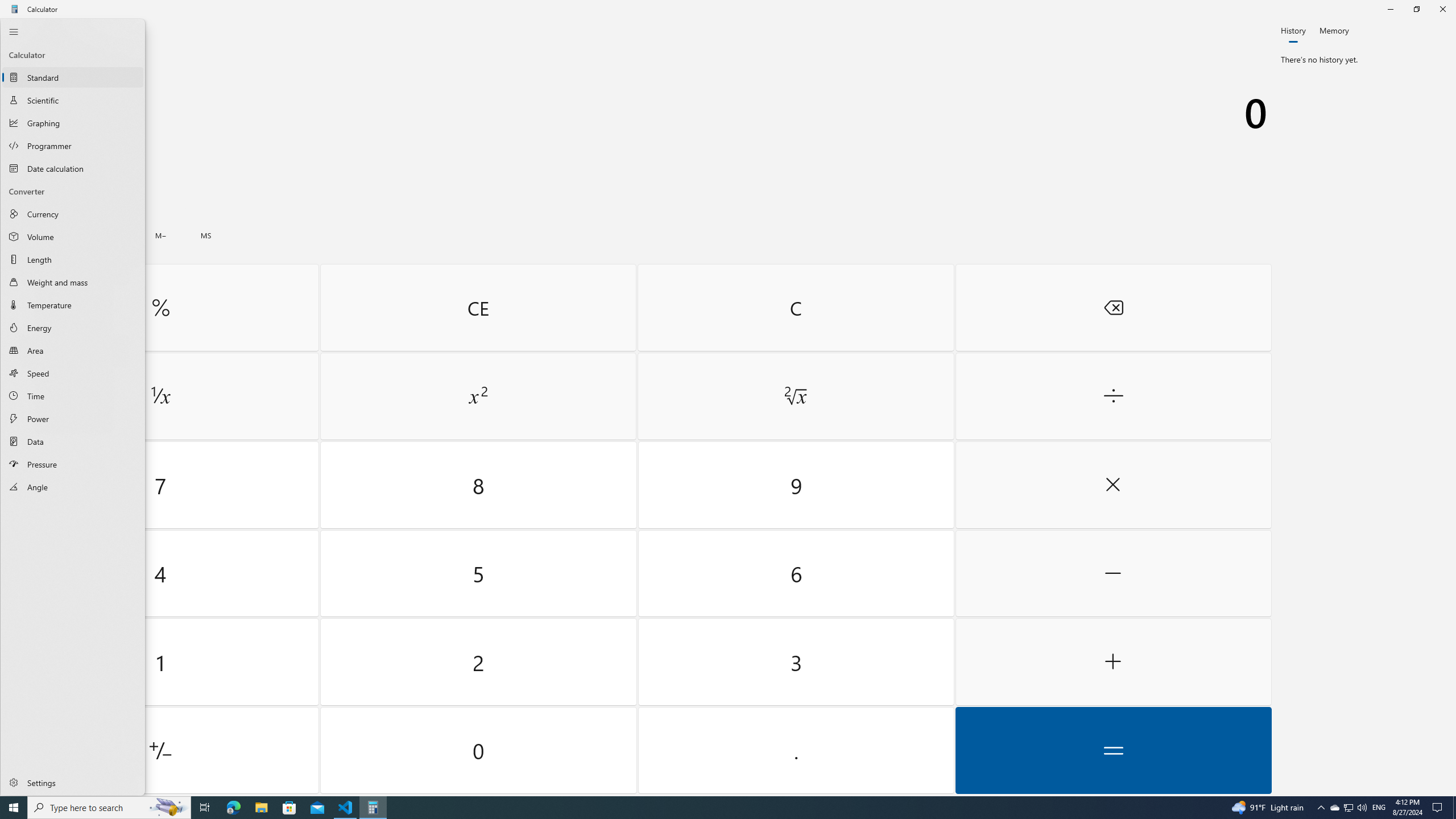  Describe the element at coordinates (72, 100) in the screenshot. I see `'Scientific Calculator'` at that location.